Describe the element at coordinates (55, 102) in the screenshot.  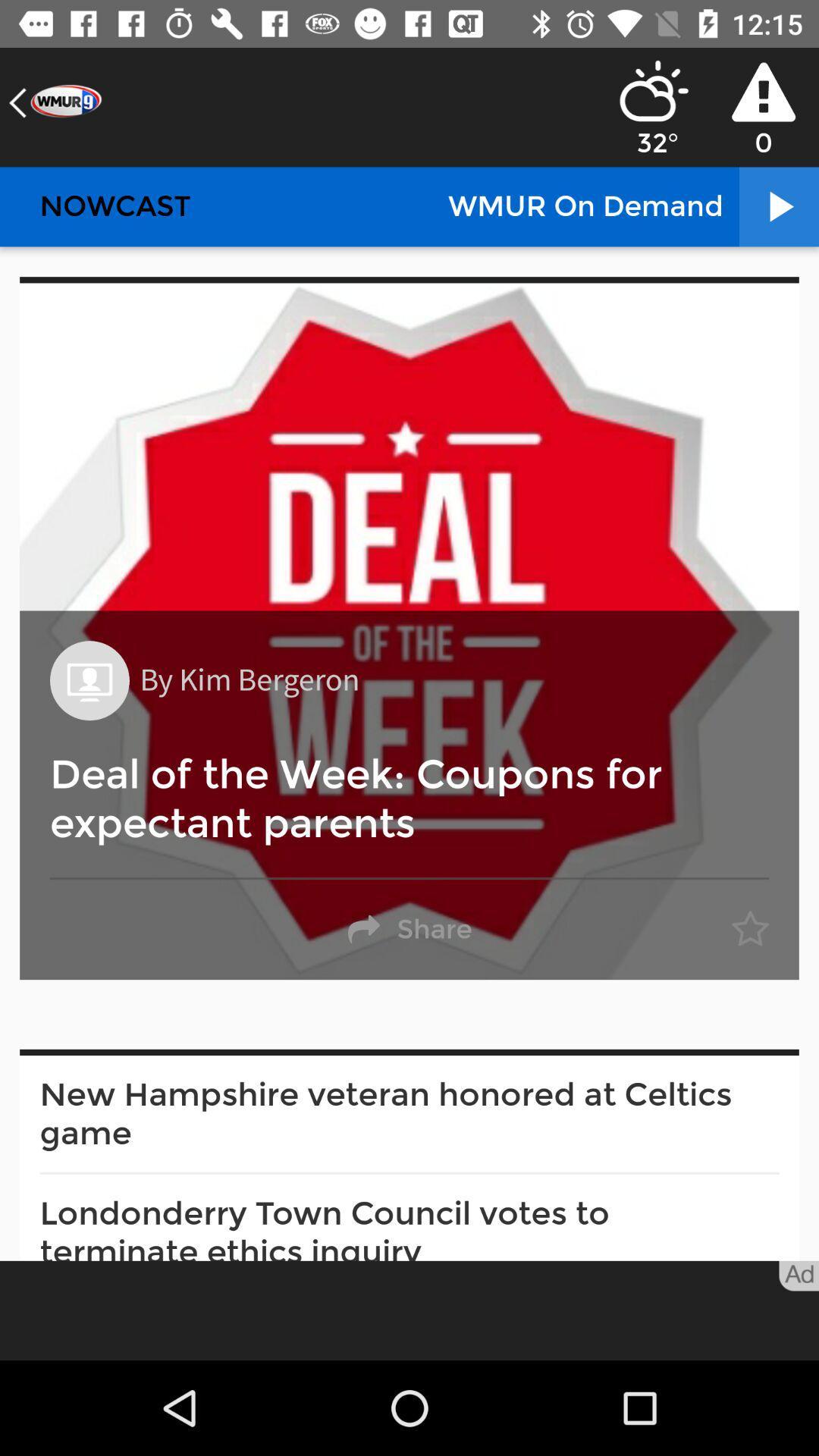
I see `the item above nowcast item` at that location.